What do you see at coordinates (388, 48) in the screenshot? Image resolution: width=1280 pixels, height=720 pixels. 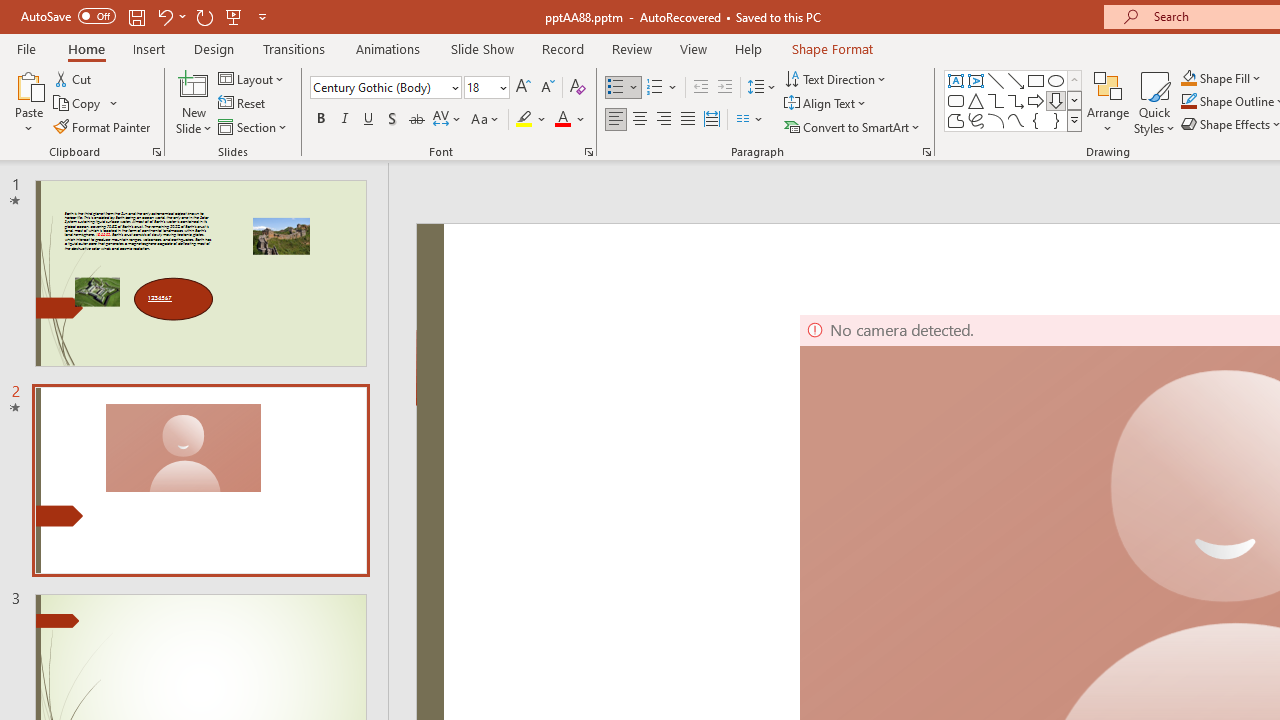 I see `'Animations'` at bounding box center [388, 48].